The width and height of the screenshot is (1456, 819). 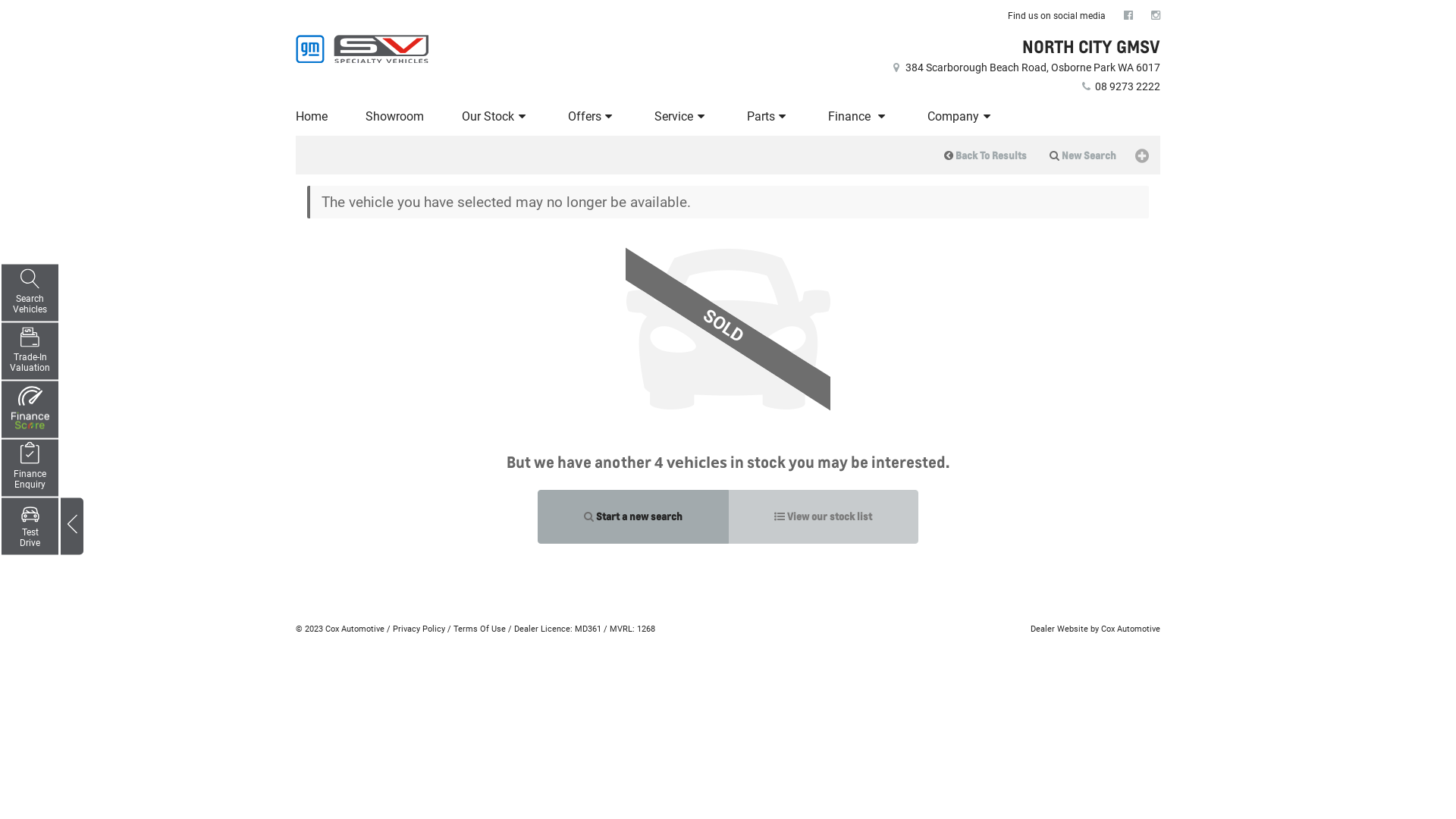 What do you see at coordinates (680, 116) in the screenshot?
I see `'Service'` at bounding box center [680, 116].